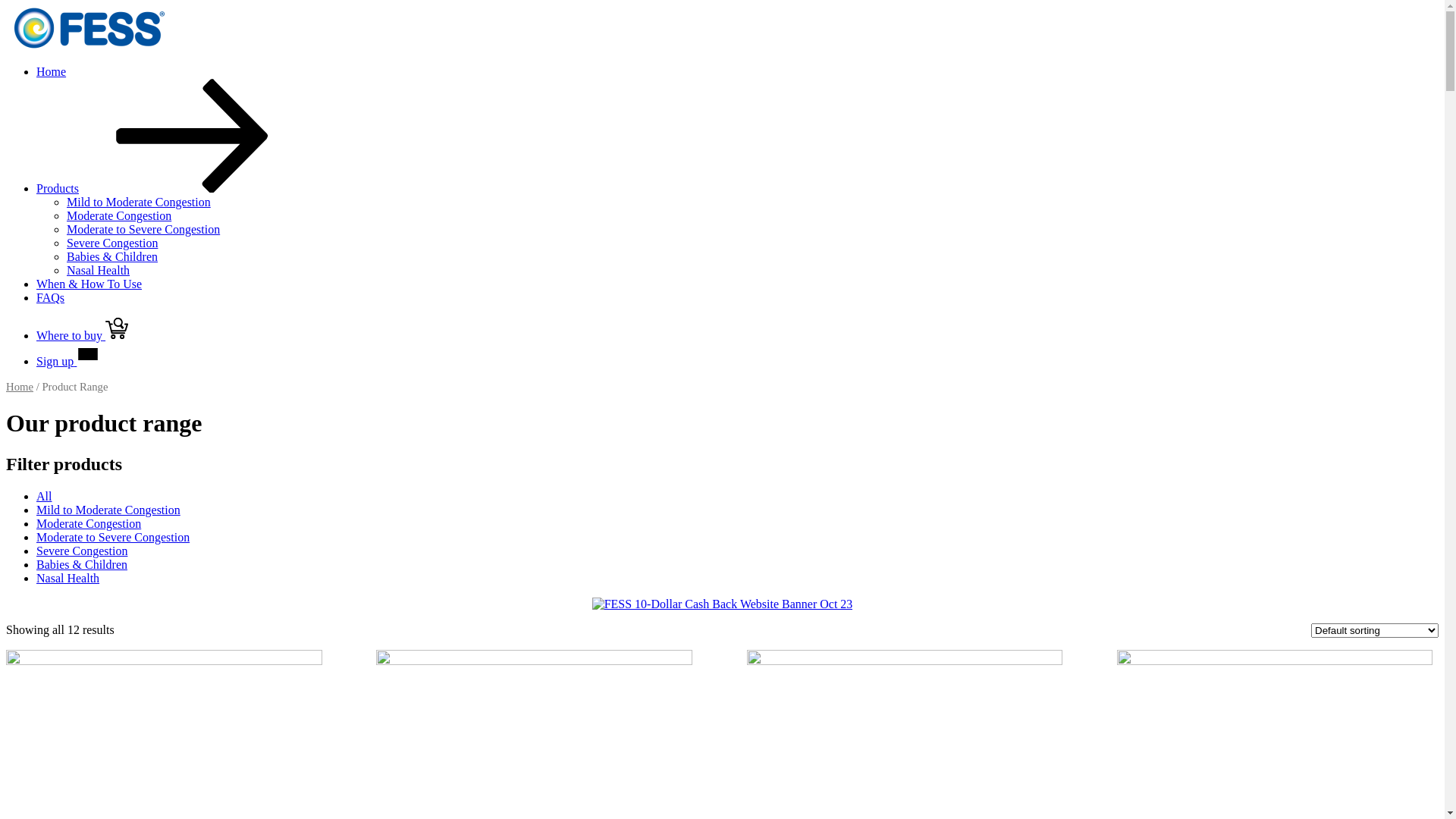  What do you see at coordinates (80, 564) in the screenshot?
I see `'Babies & Children'` at bounding box center [80, 564].